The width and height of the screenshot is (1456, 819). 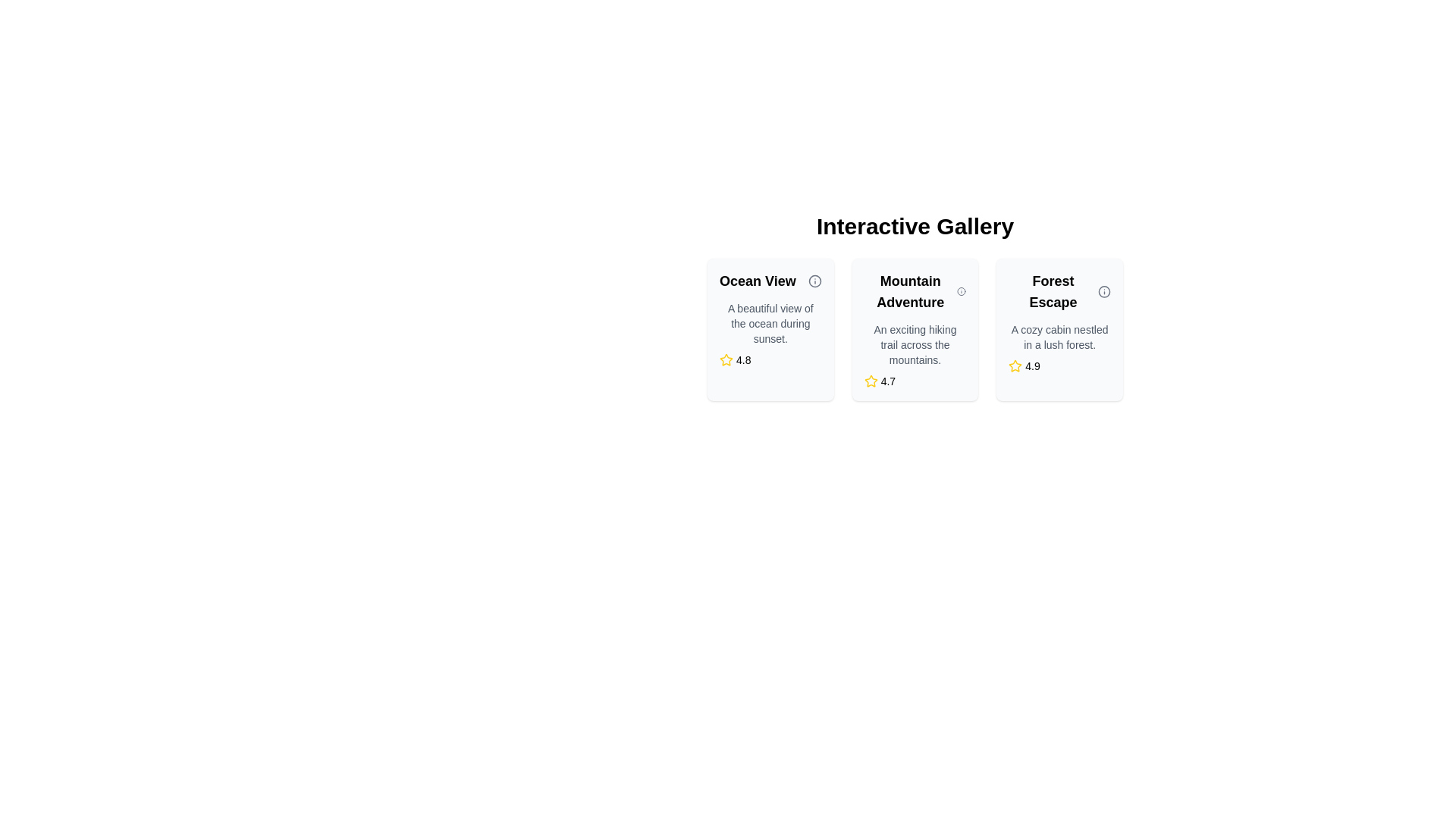 I want to click on the 'Mountain Adventure' text label, so click(x=913, y=292).